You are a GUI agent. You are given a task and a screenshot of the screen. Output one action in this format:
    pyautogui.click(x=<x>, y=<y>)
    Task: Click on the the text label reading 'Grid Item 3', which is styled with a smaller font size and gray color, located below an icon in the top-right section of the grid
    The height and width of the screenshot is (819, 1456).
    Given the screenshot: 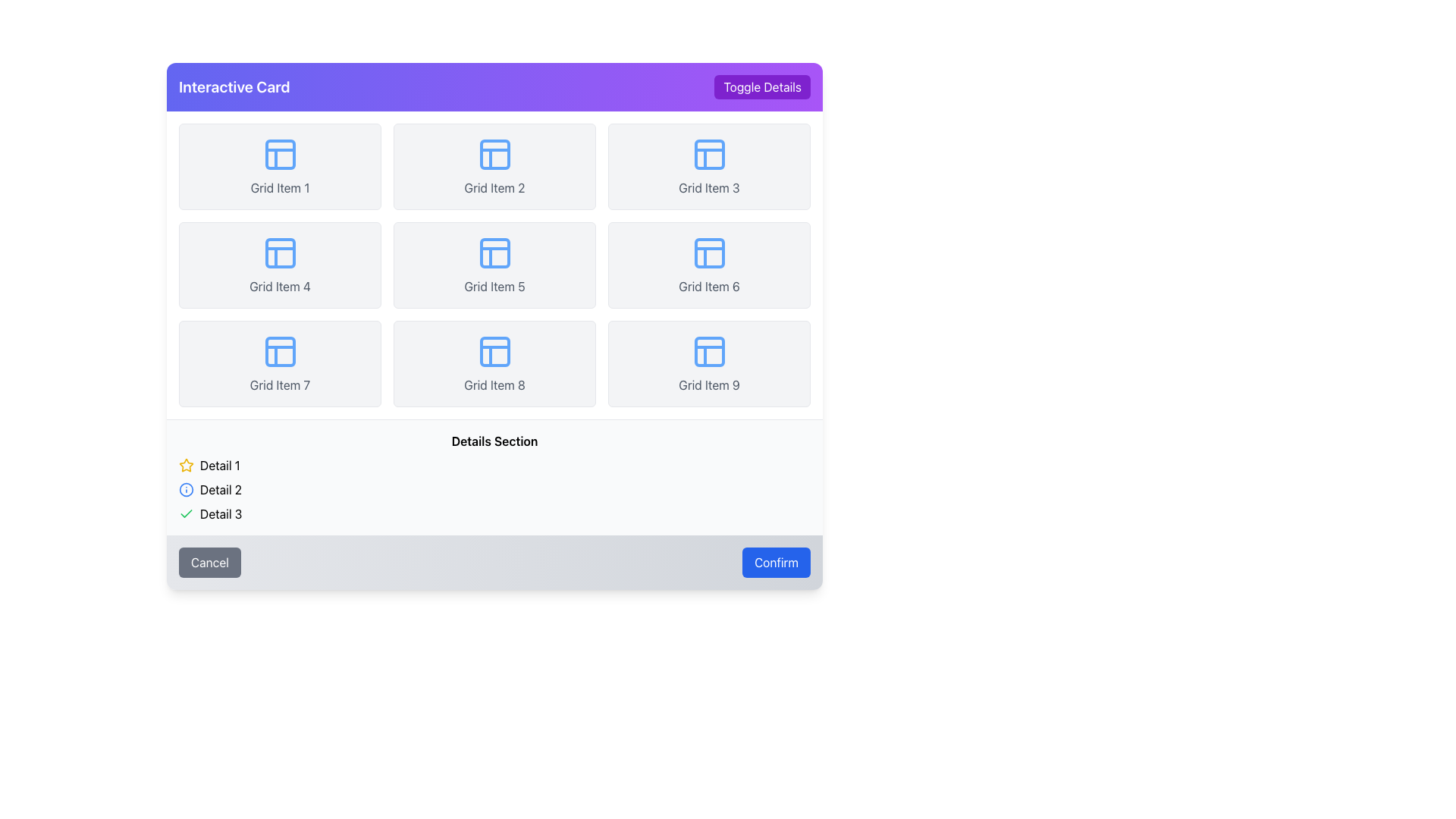 What is the action you would take?
    pyautogui.click(x=708, y=187)
    